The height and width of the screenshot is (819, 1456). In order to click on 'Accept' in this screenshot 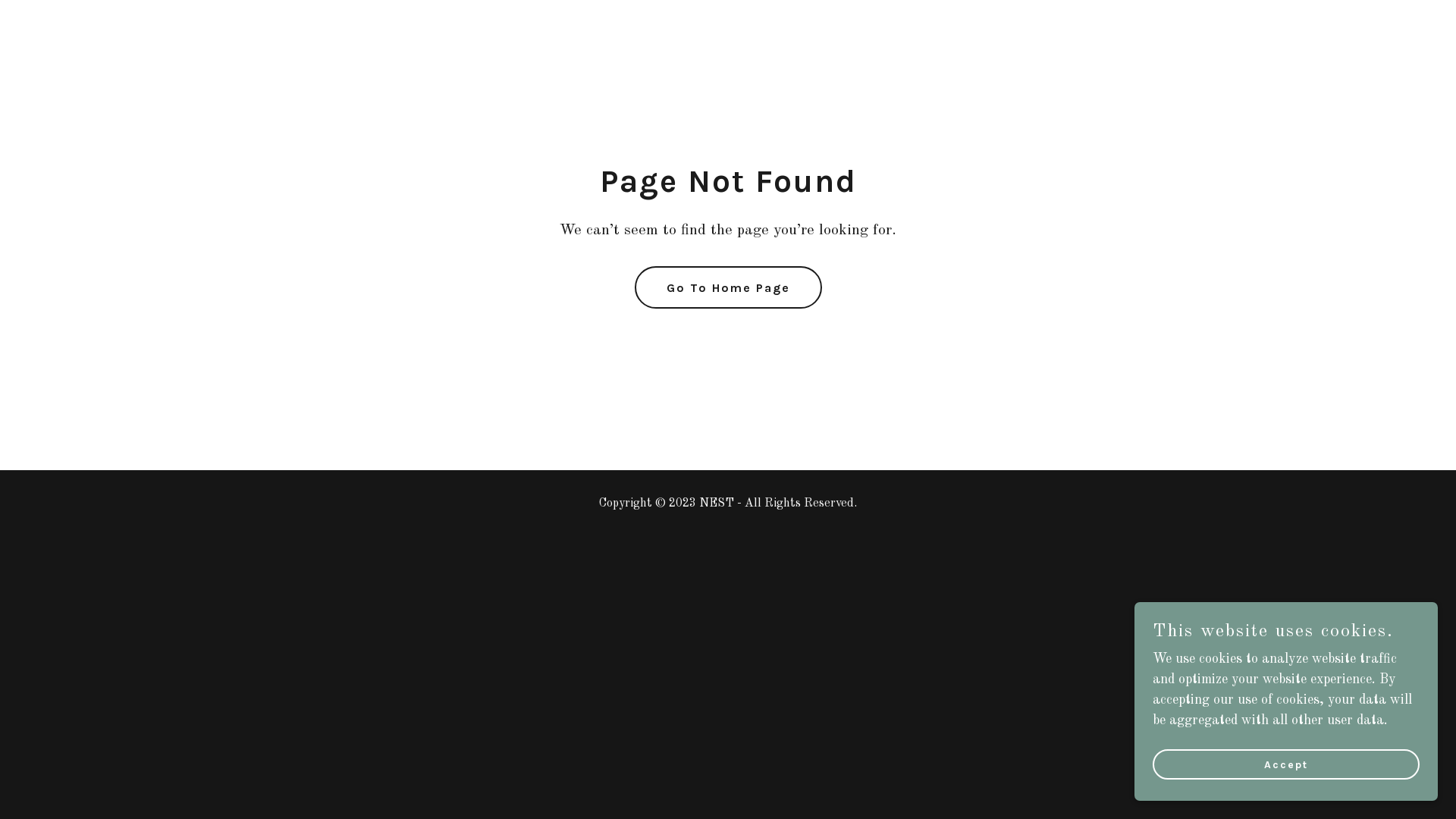, I will do `click(1285, 764)`.